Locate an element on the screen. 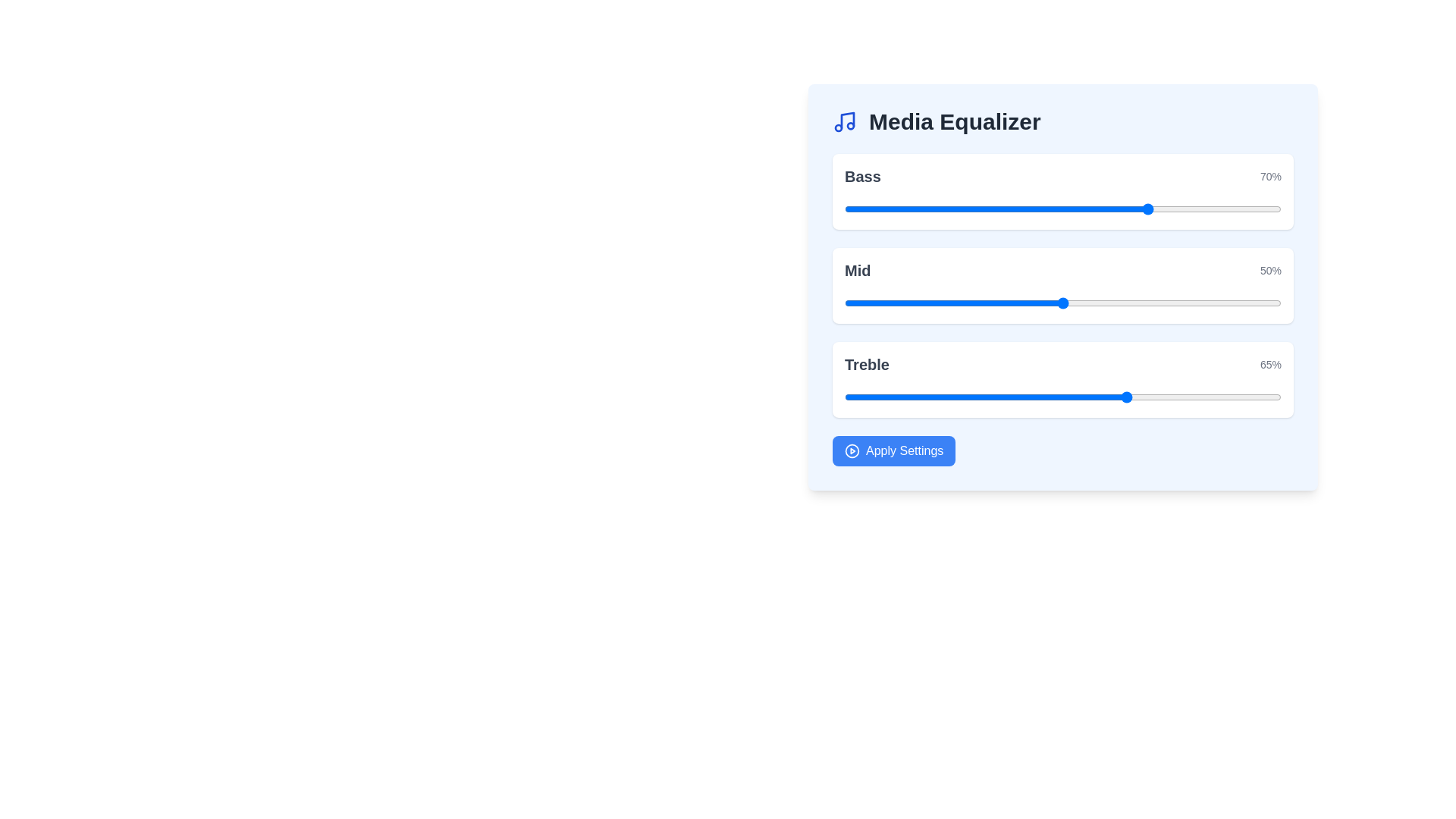  treble is located at coordinates (1246, 397).